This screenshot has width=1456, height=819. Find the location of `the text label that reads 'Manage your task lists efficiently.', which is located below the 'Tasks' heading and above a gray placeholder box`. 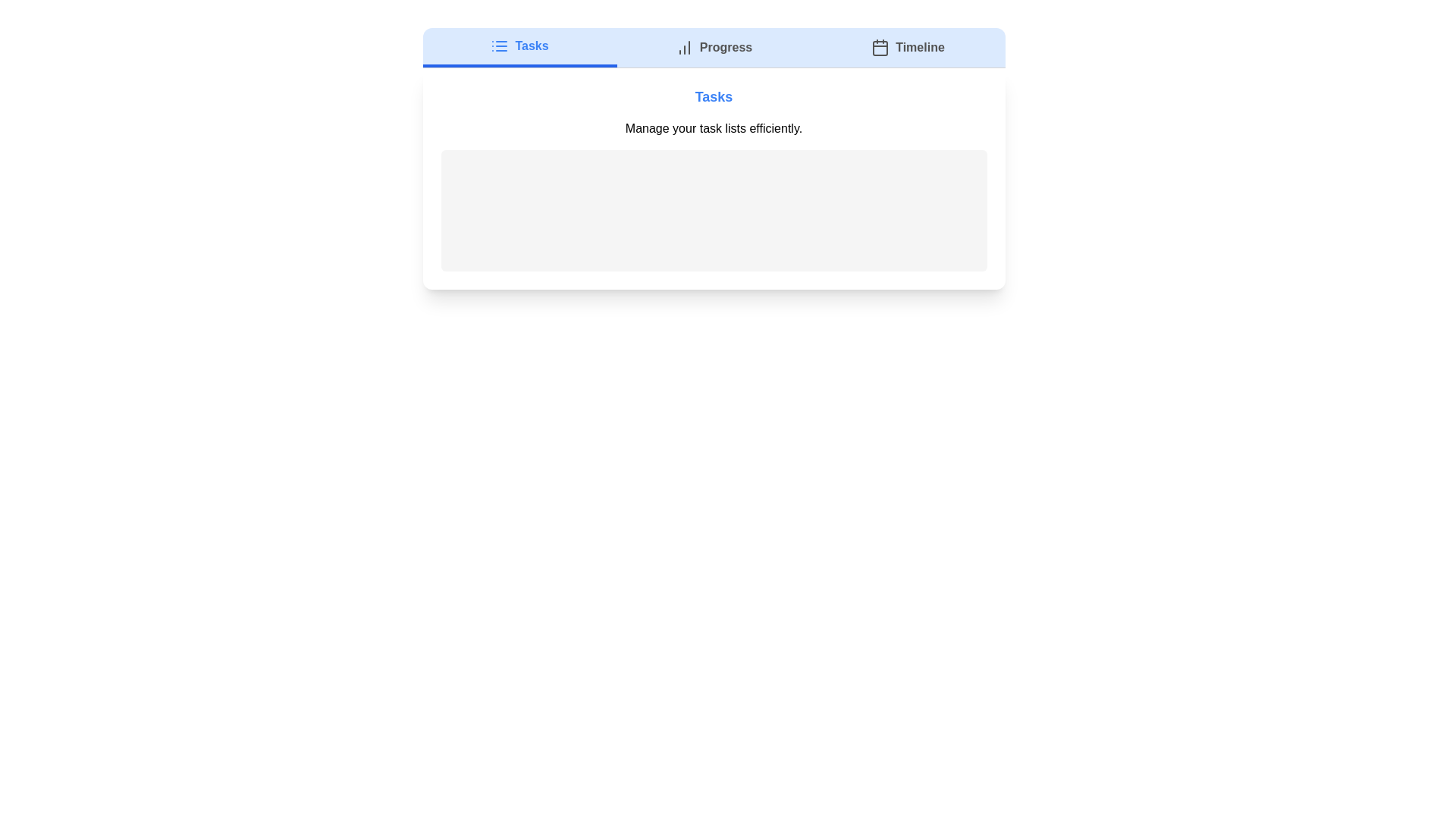

the text label that reads 'Manage your task lists efficiently.', which is located below the 'Tasks' heading and above a gray placeholder box is located at coordinates (713, 127).